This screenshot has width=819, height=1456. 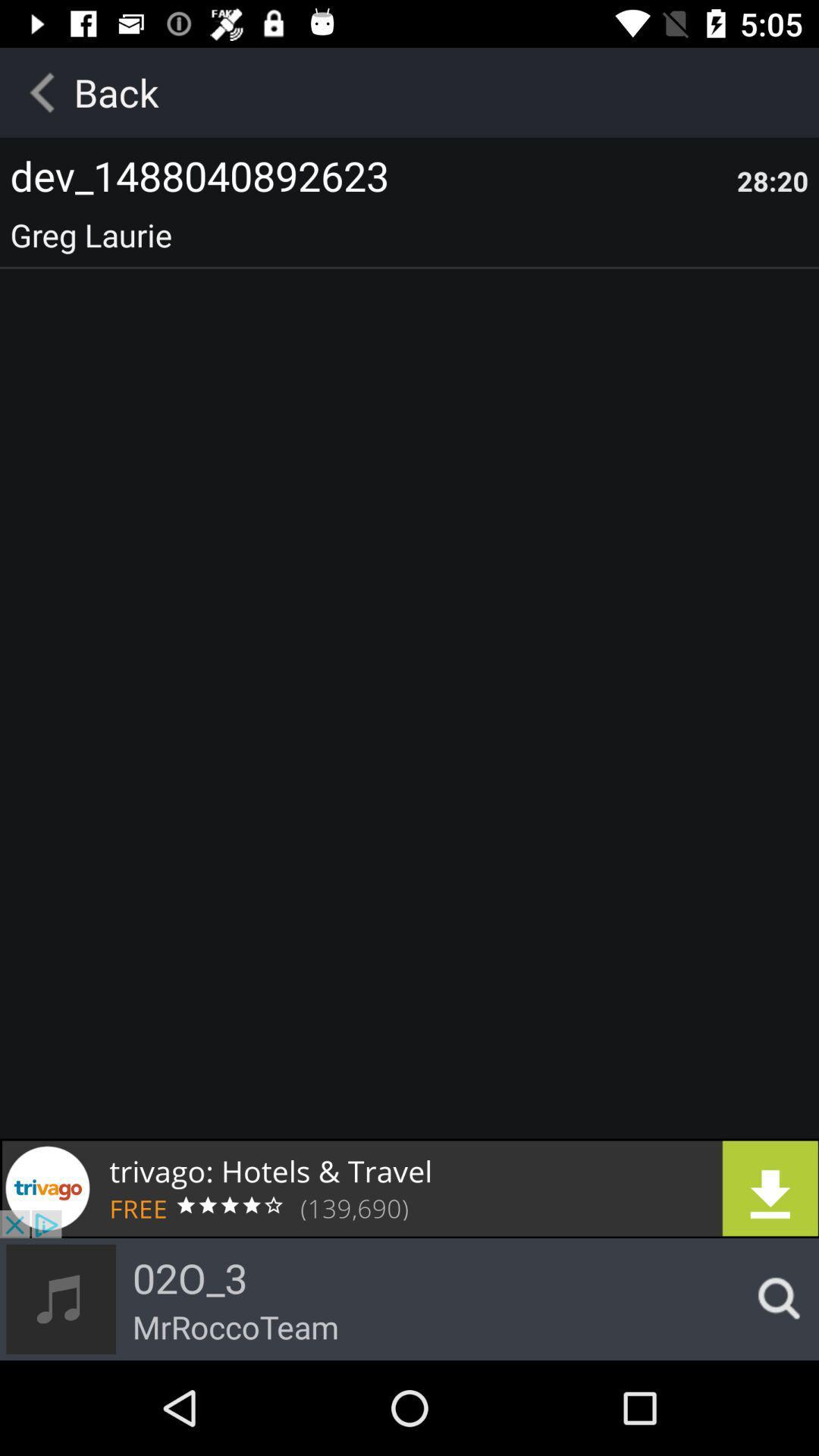 What do you see at coordinates (409, 1188) in the screenshot?
I see `advertisement` at bounding box center [409, 1188].